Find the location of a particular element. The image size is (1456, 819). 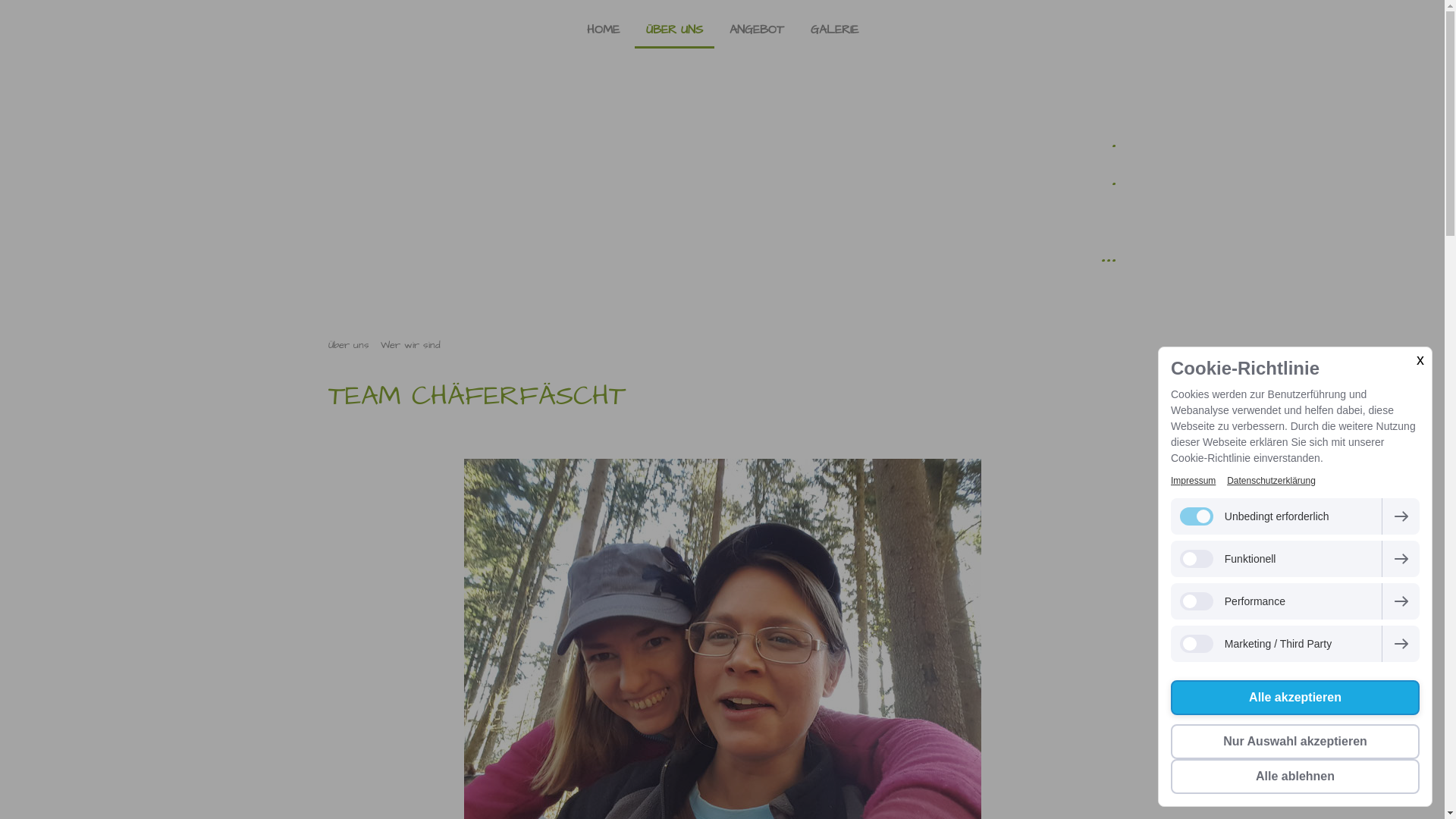

'Alle akzeptieren' is located at coordinates (1294, 698).